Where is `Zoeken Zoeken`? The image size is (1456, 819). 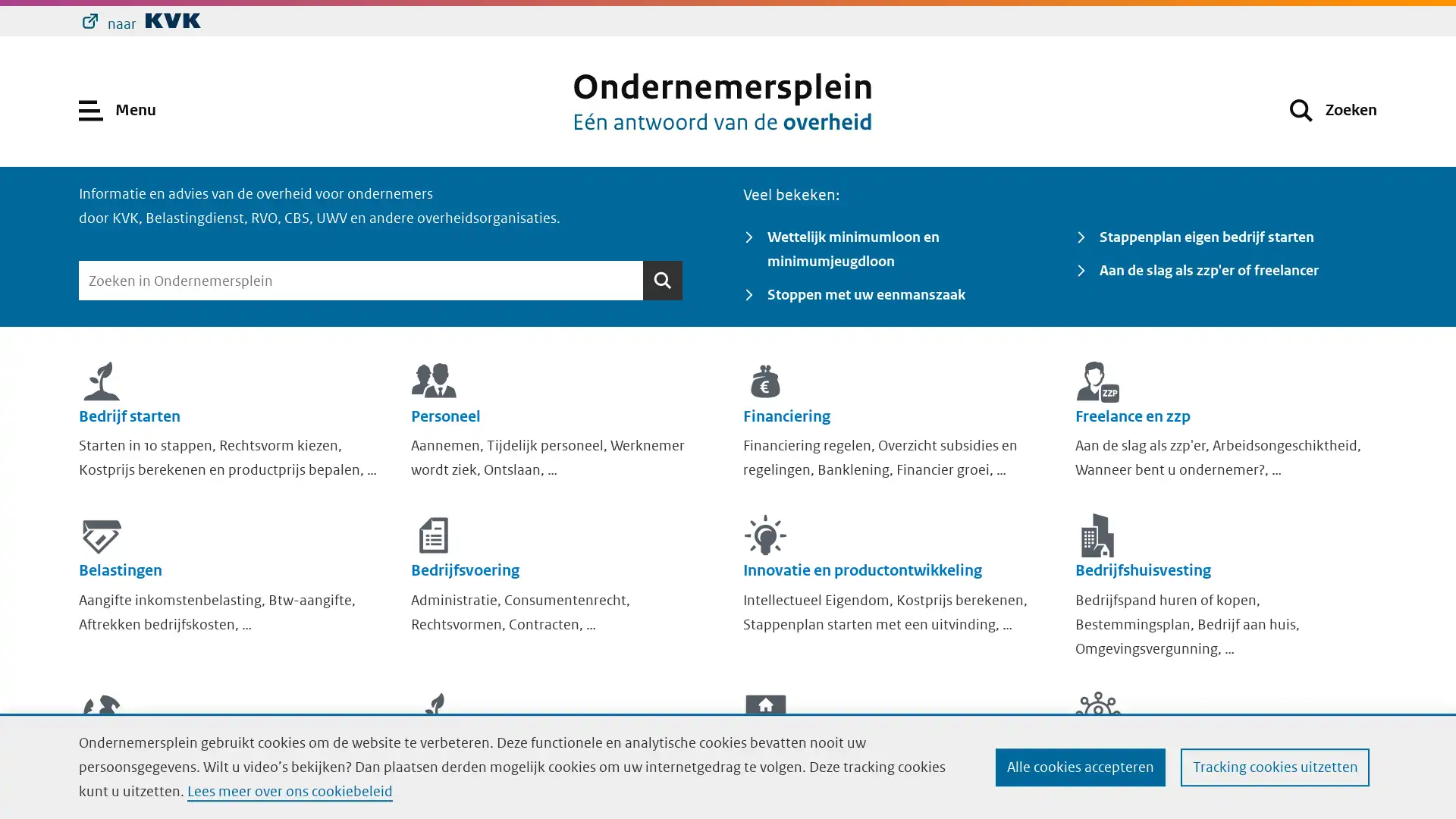
Zoeken Zoeken is located at coordinates (662, 281).